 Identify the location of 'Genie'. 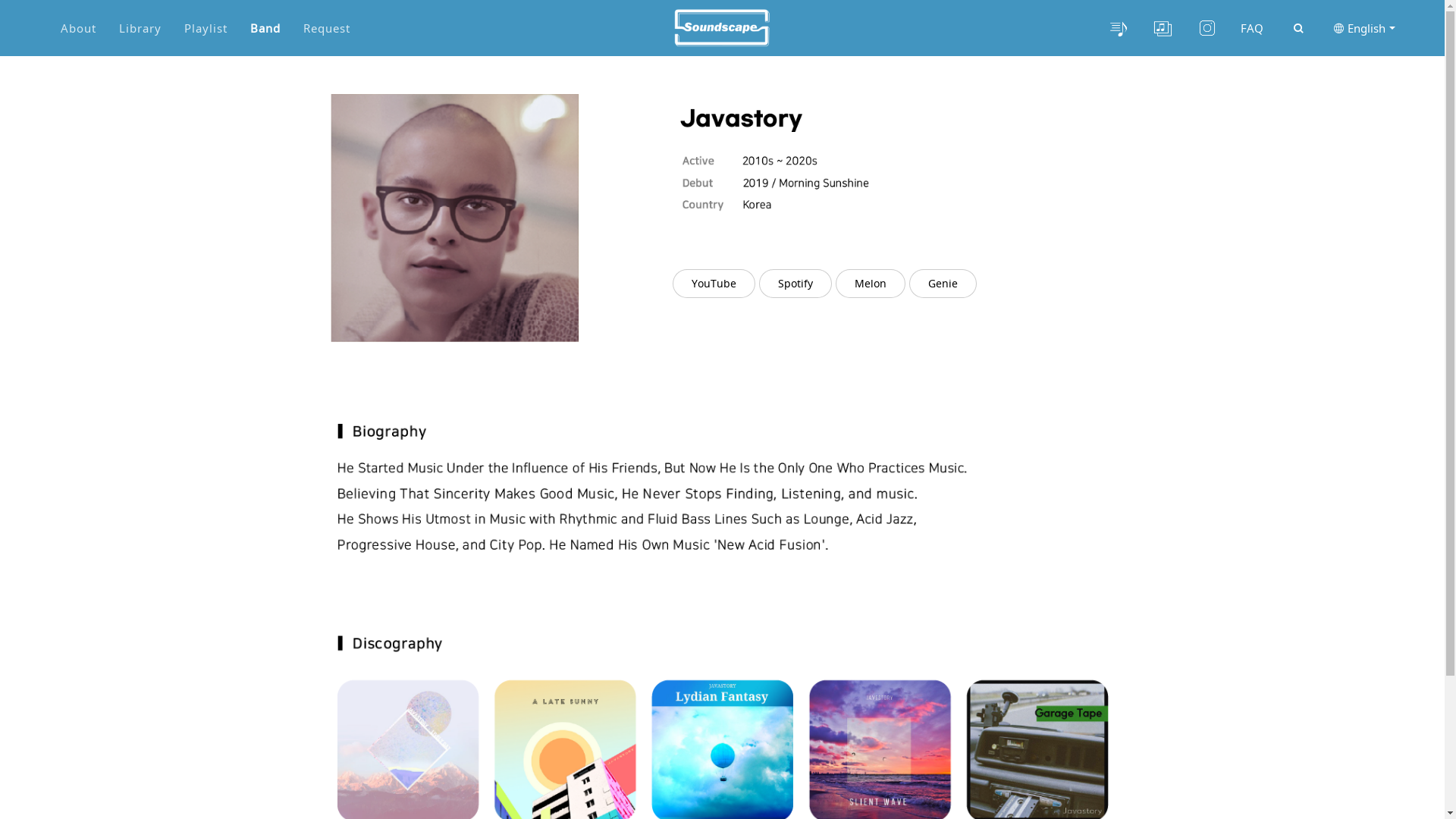
(942, 284).